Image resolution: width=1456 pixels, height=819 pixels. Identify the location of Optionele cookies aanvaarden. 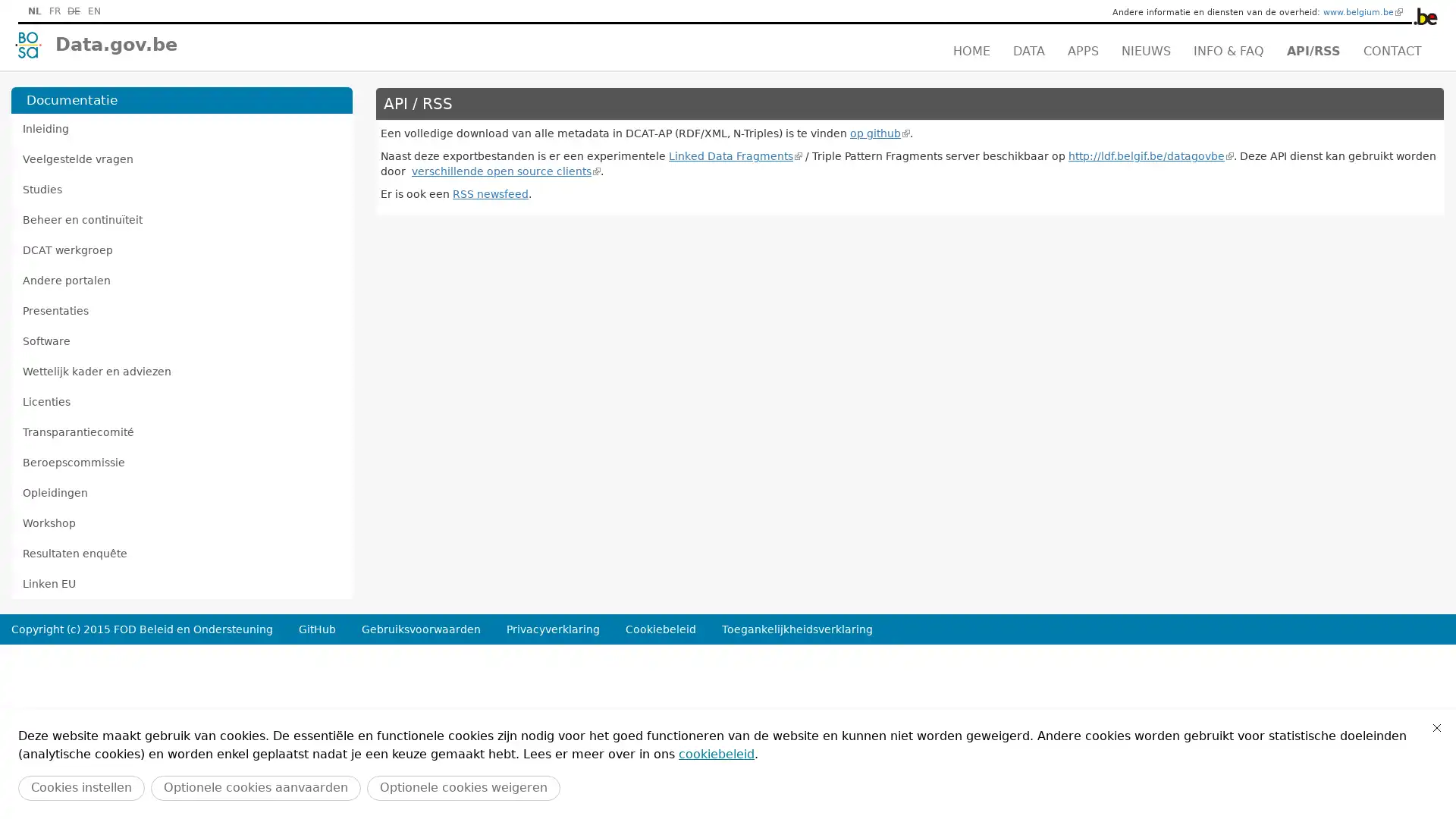
(256, 787).